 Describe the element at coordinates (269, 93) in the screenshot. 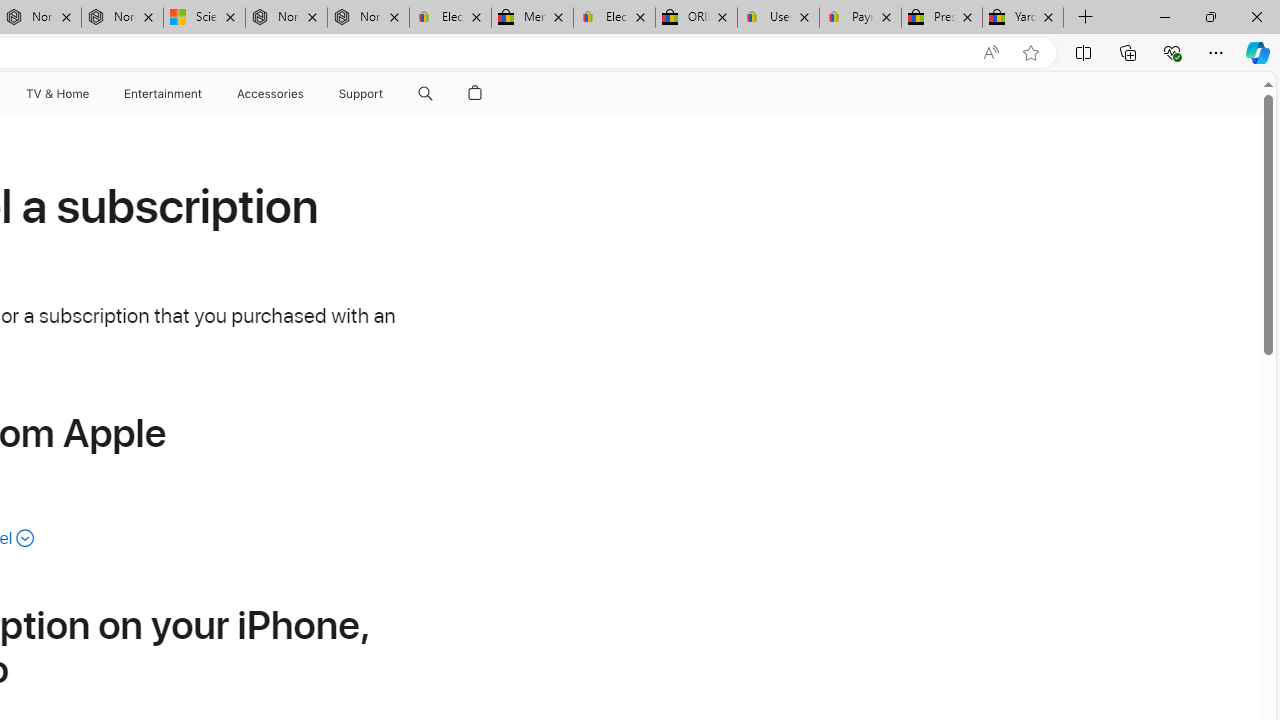

I see `'Accessories'` at that location.